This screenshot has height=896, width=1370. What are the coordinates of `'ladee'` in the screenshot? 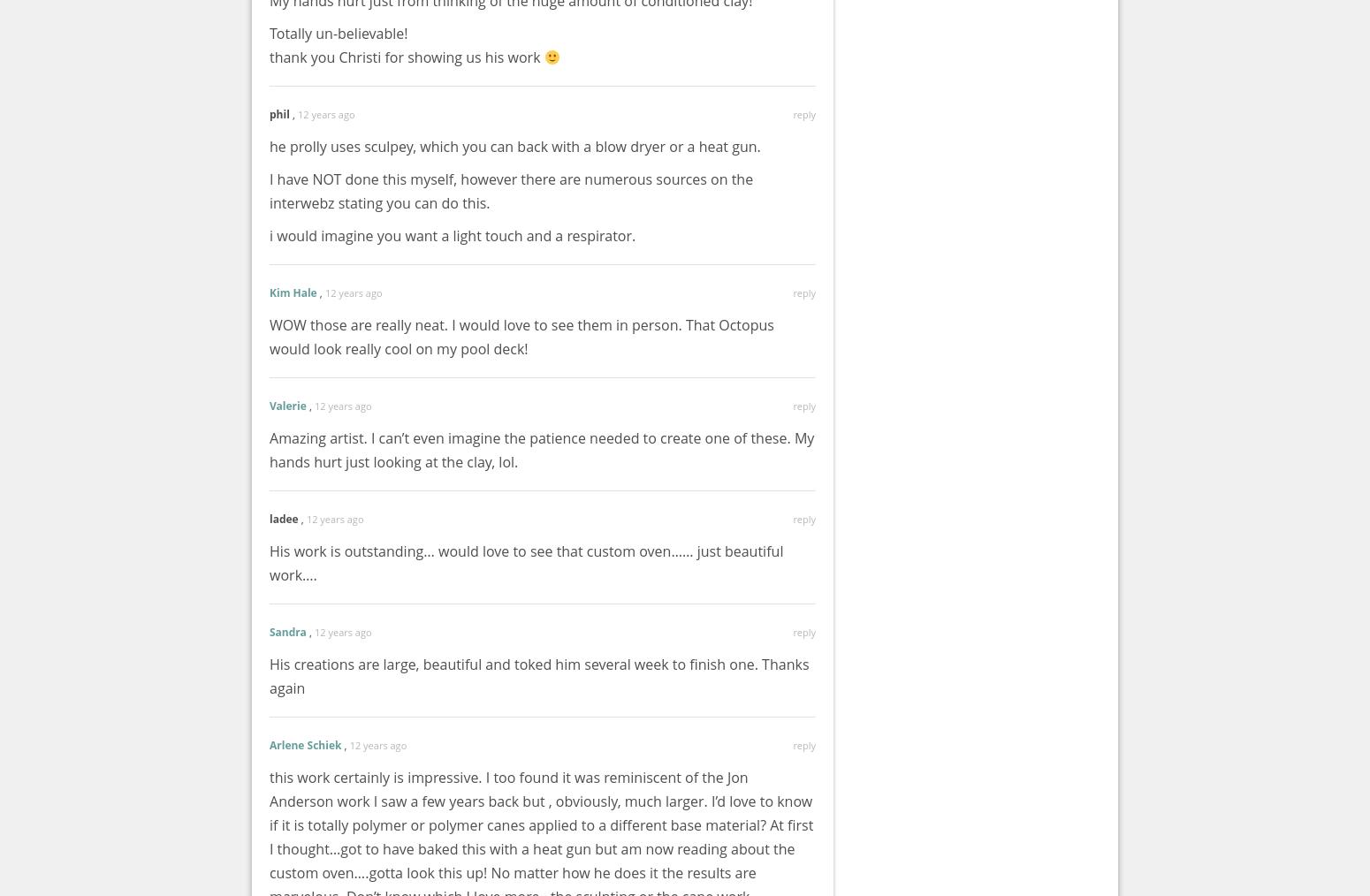 It's located at (283, 518).